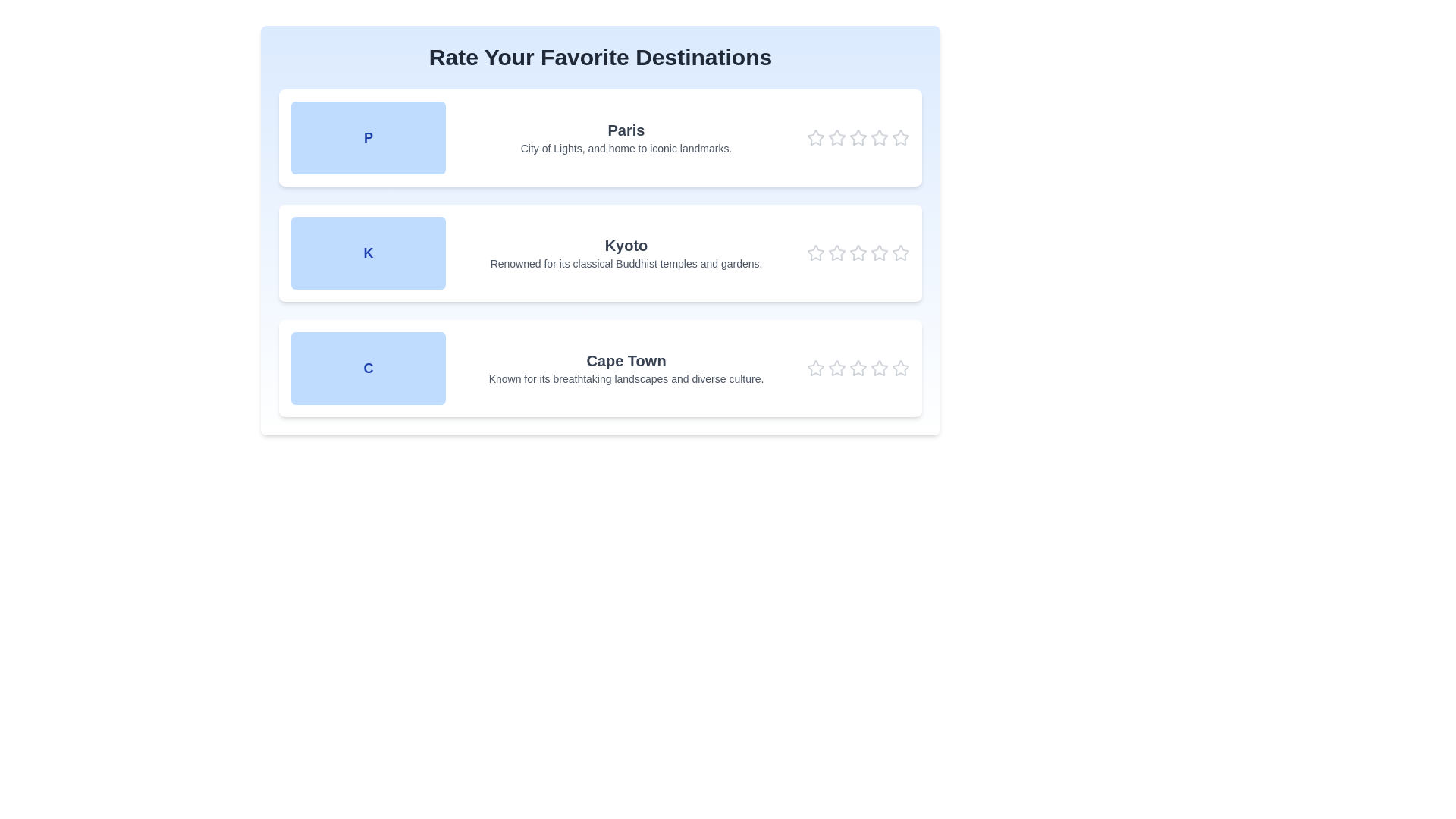 This screenshot has width=1456, height=819. What do you see at coordinates (880, 253) in the screenshot?
I see `the fourth hollow star icon in the five-star rating system under the 'Kyoto' section to rate` at bounding box center [880, 253].